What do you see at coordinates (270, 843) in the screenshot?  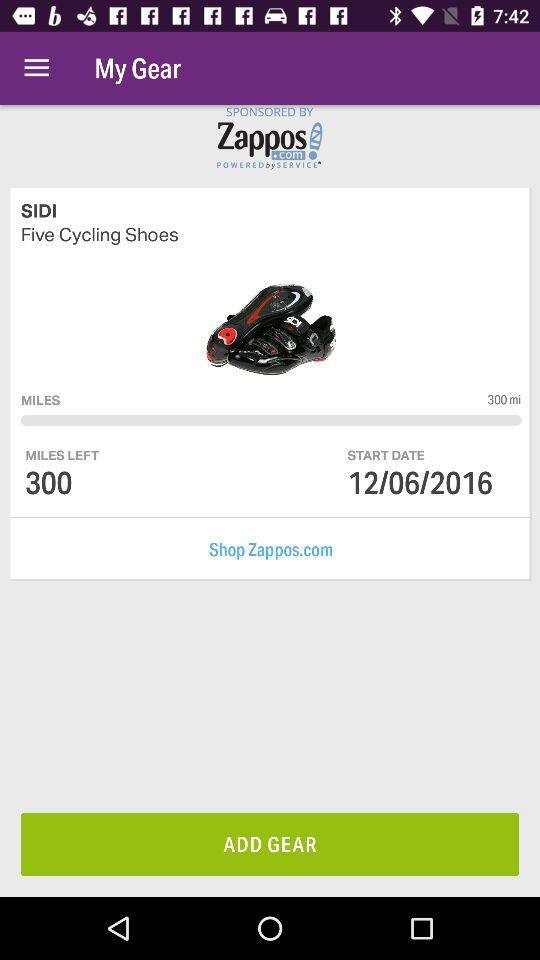 I see `add gear item` at bounding box center [270, 843].